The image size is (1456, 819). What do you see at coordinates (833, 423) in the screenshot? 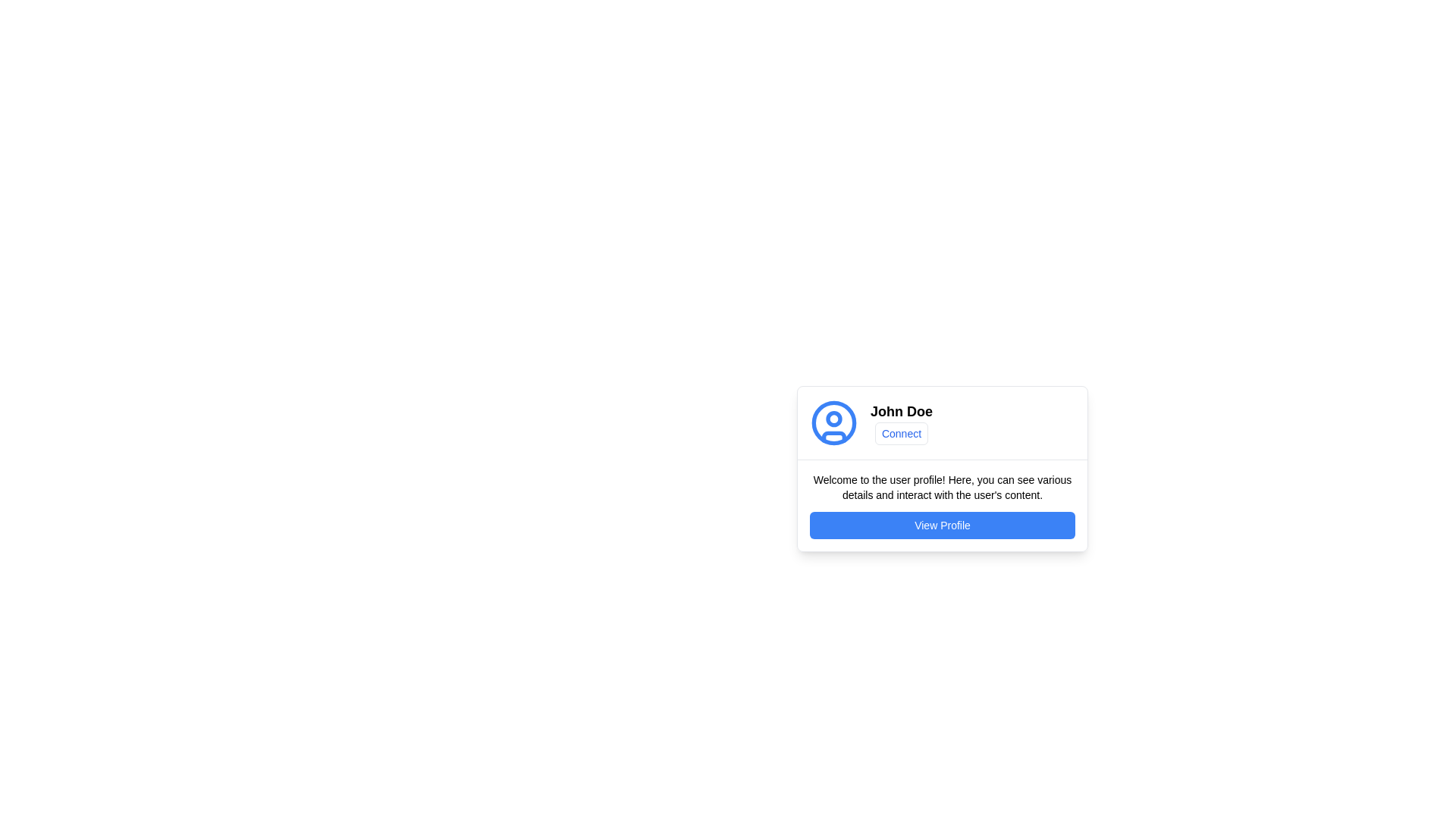
I see `the decorative graphic element of the user avatar icon, which is centrally positioned within the avatar graphic, located to the left of the user name 'John Doe' and above the 'Connect' button in the user profile card` at bounding box center [833, 423].